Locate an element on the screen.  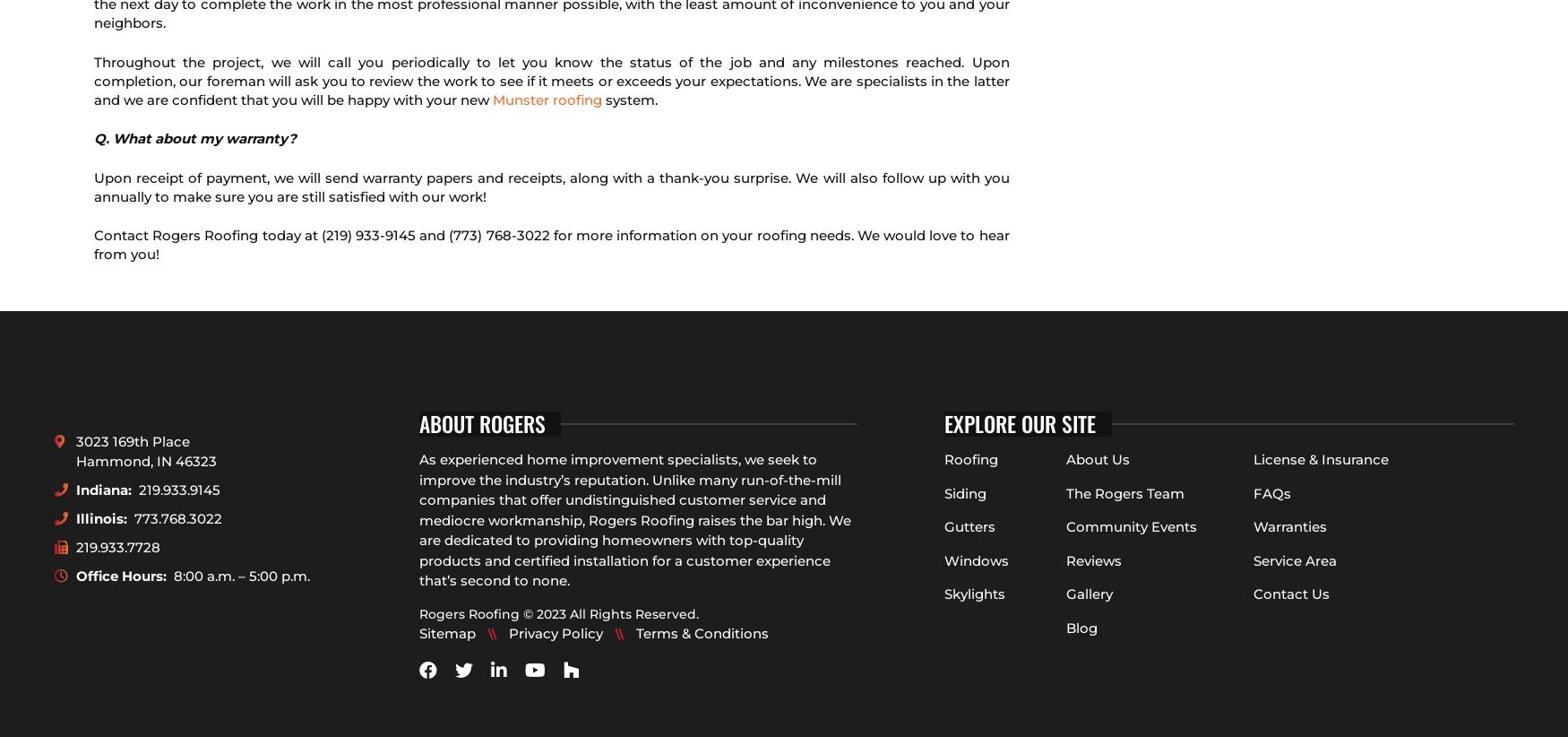
'About Us' is located at coordinates (1097, 458).